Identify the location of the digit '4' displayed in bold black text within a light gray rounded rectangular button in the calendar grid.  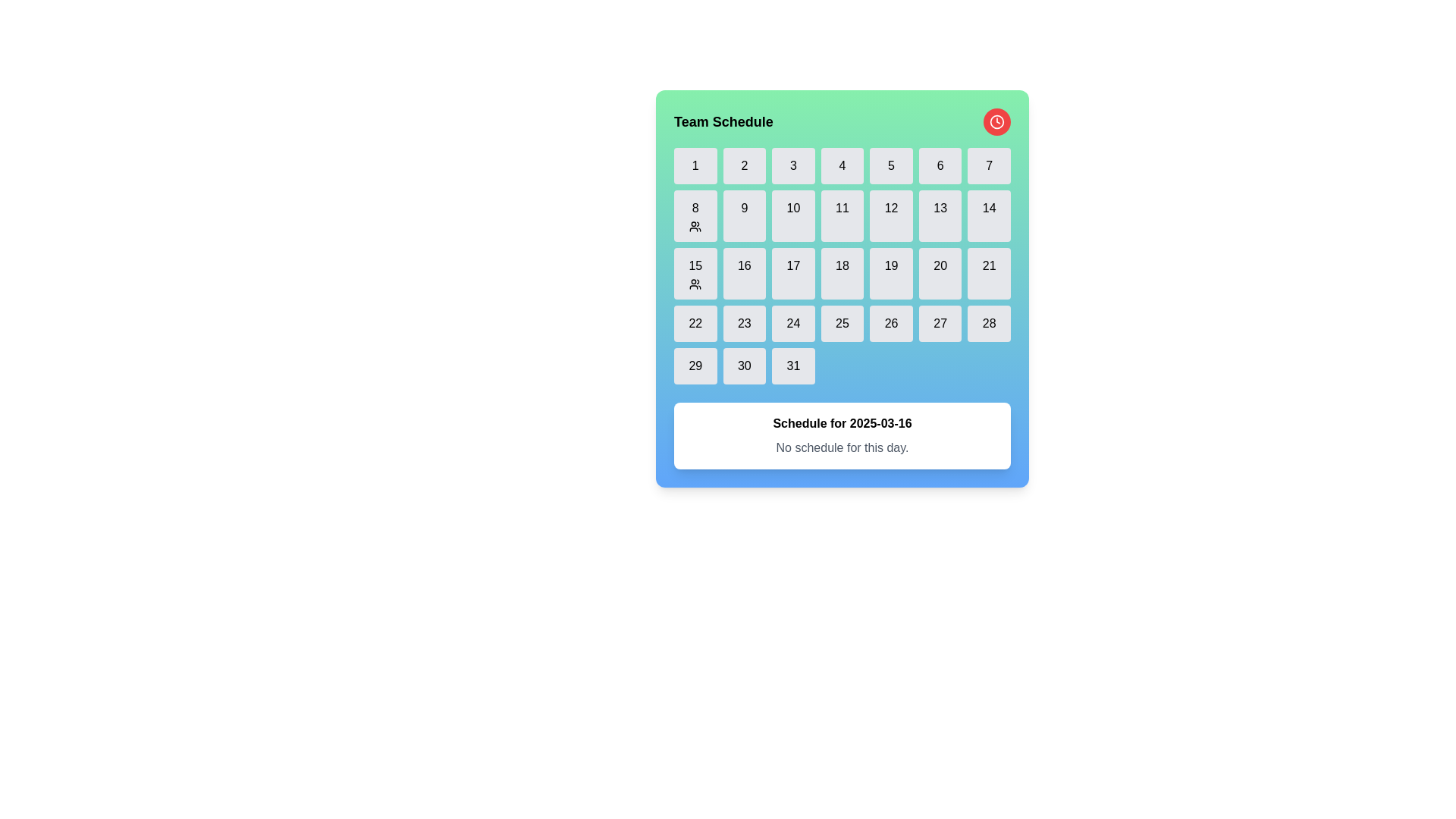
(841, 166).